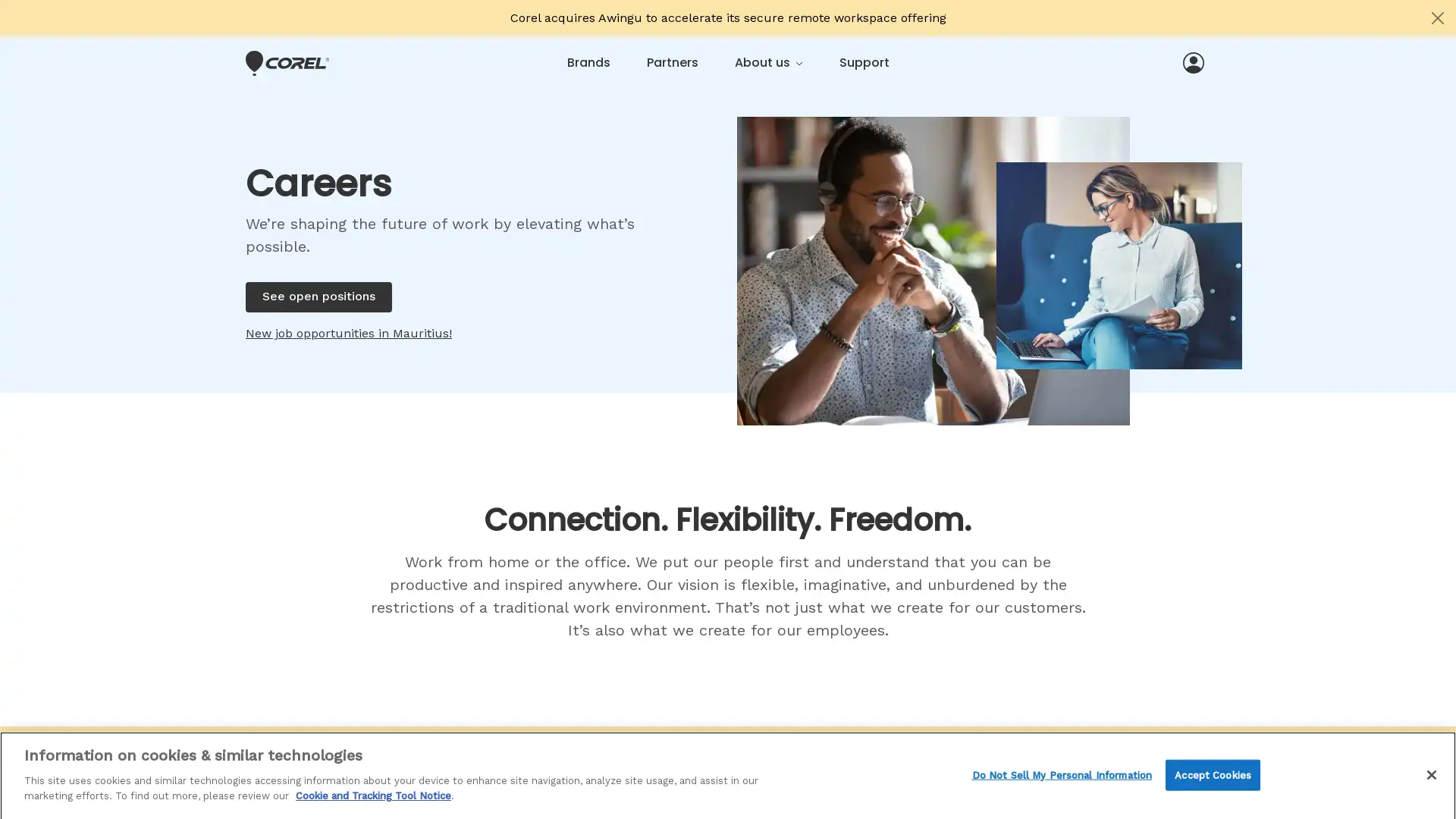 The image size is (1456, 819). Describe the element at coordinates (1430, 772) in the screenshot. I see `Close` at that location.